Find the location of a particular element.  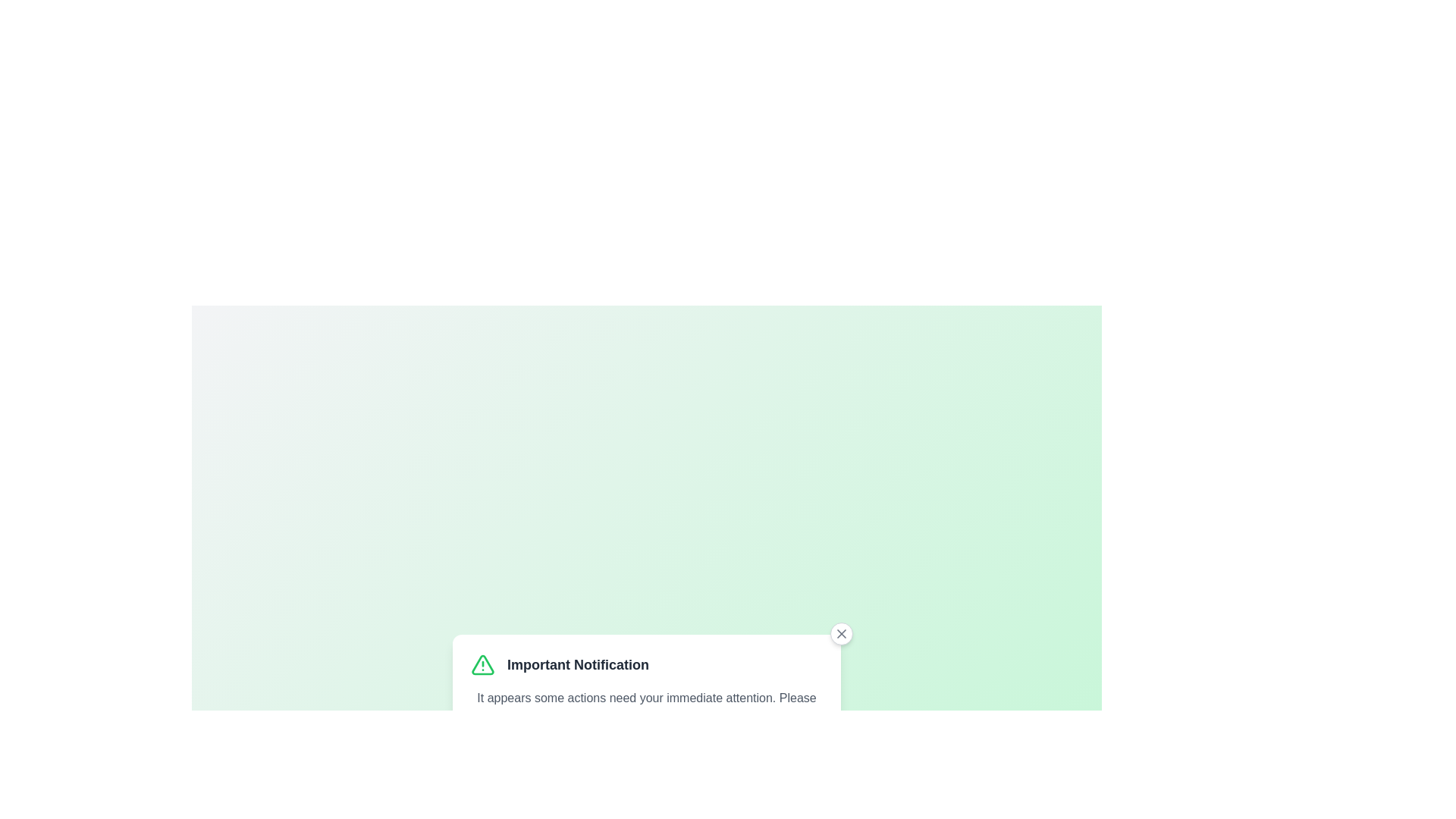

the close button to dismiss the notification is located at coordinates (840, 634).